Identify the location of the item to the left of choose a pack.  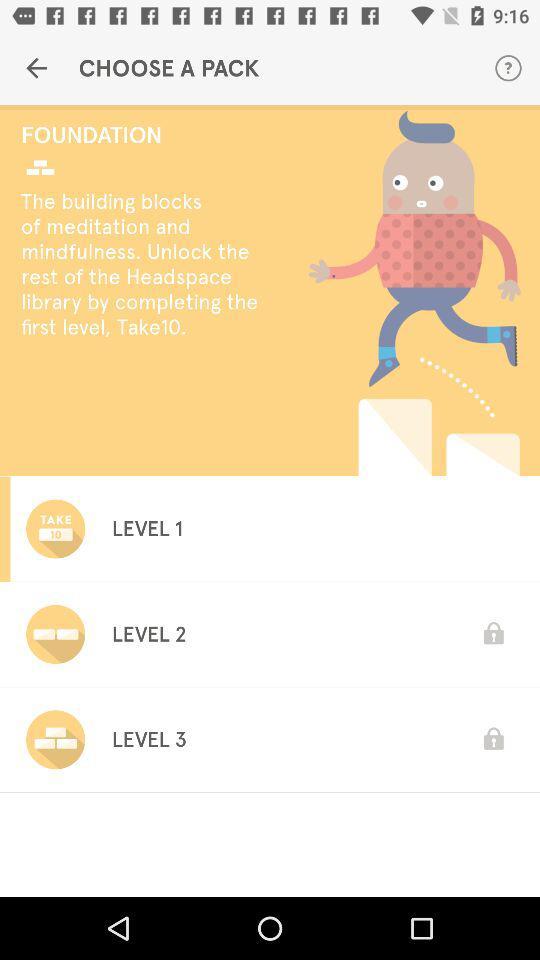
(36, 68).